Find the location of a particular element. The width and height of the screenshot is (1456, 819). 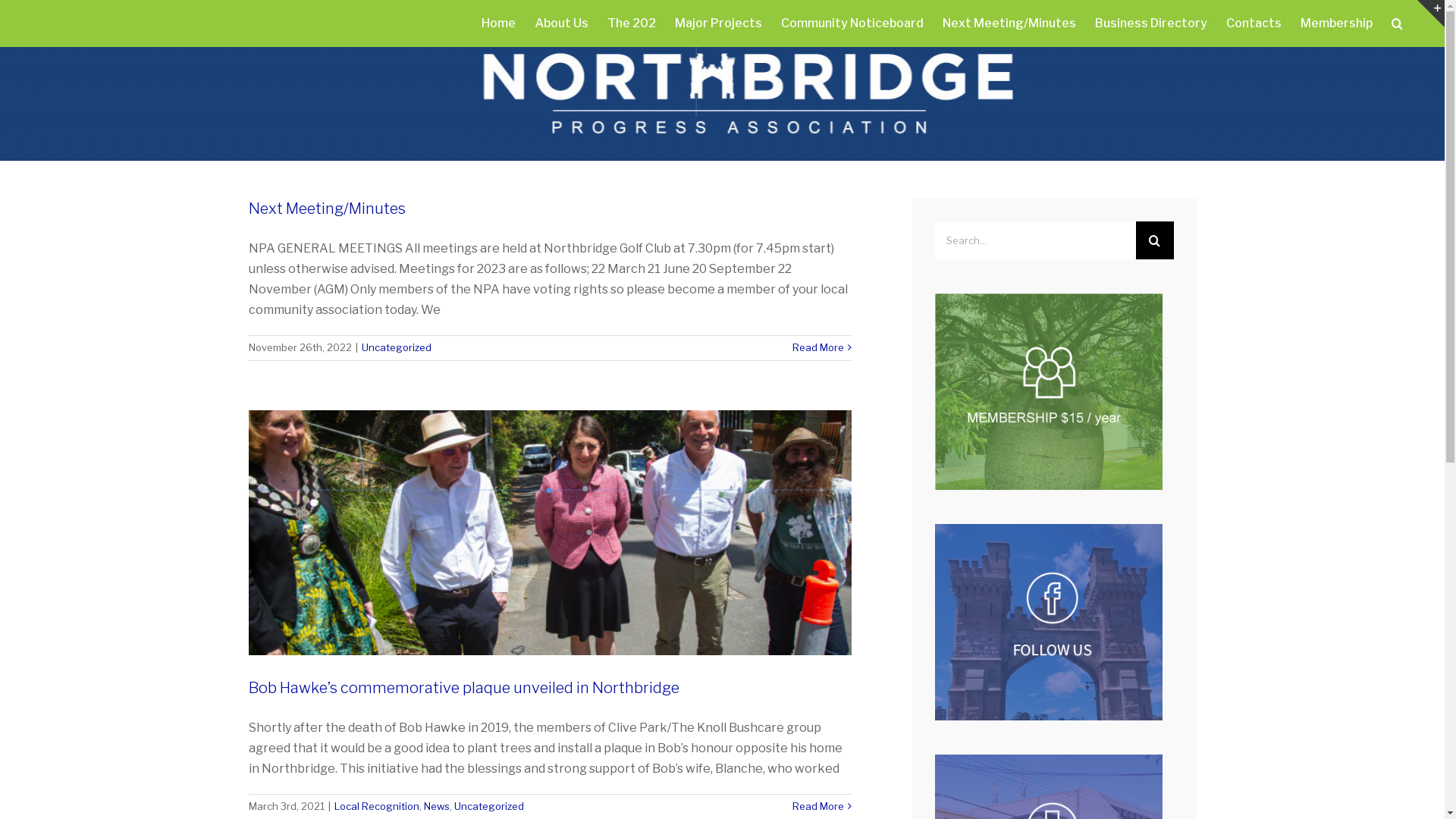

'Business Directory' is located at coordinates (1150, 23).